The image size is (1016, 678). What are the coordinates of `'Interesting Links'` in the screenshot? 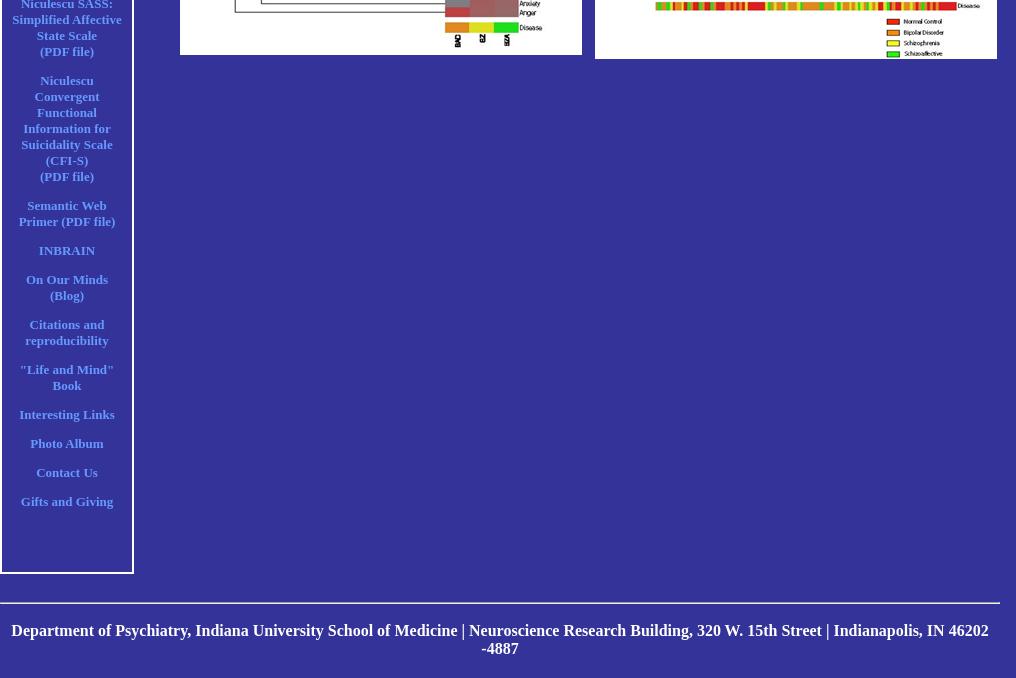 It's located at (17, 414).